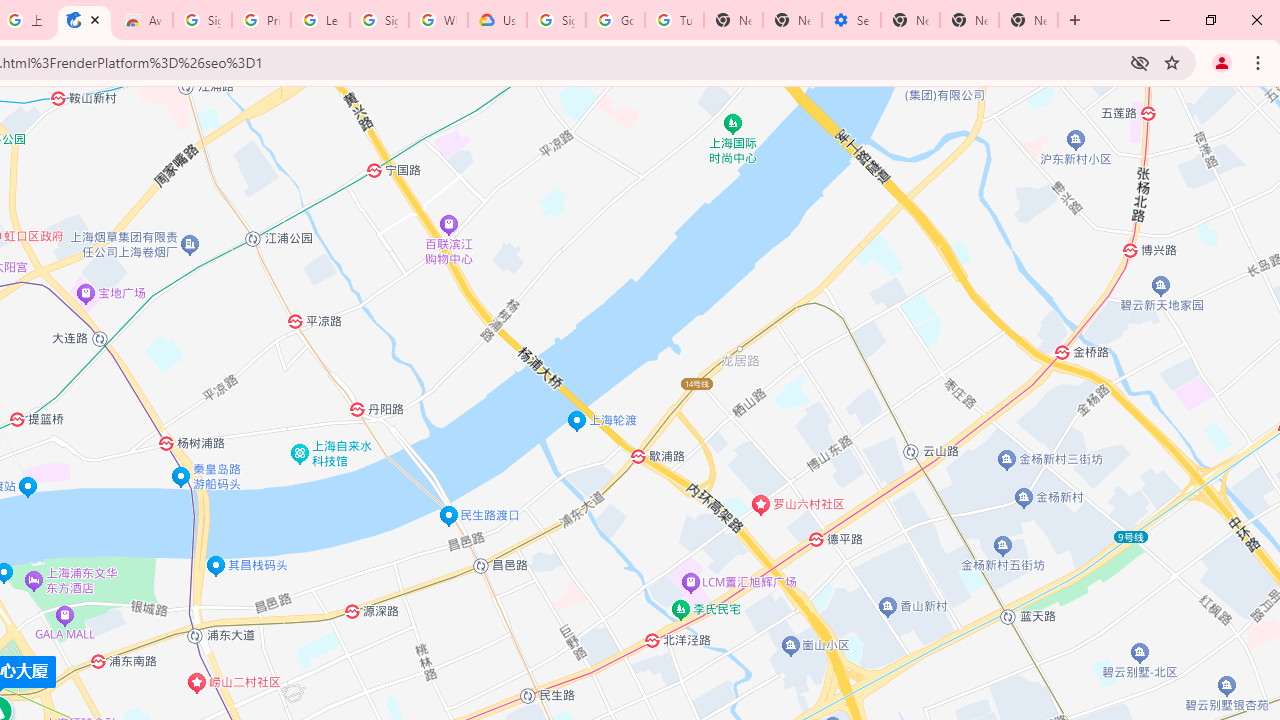 The height and width of the screenshot is (720, 1280). What do you see at coordinates (142, 20) in the screenshot?
I see `'Awesome Screen Recorder & Screenshot - Chrome Web Store'` at bounding box center [142, 20].